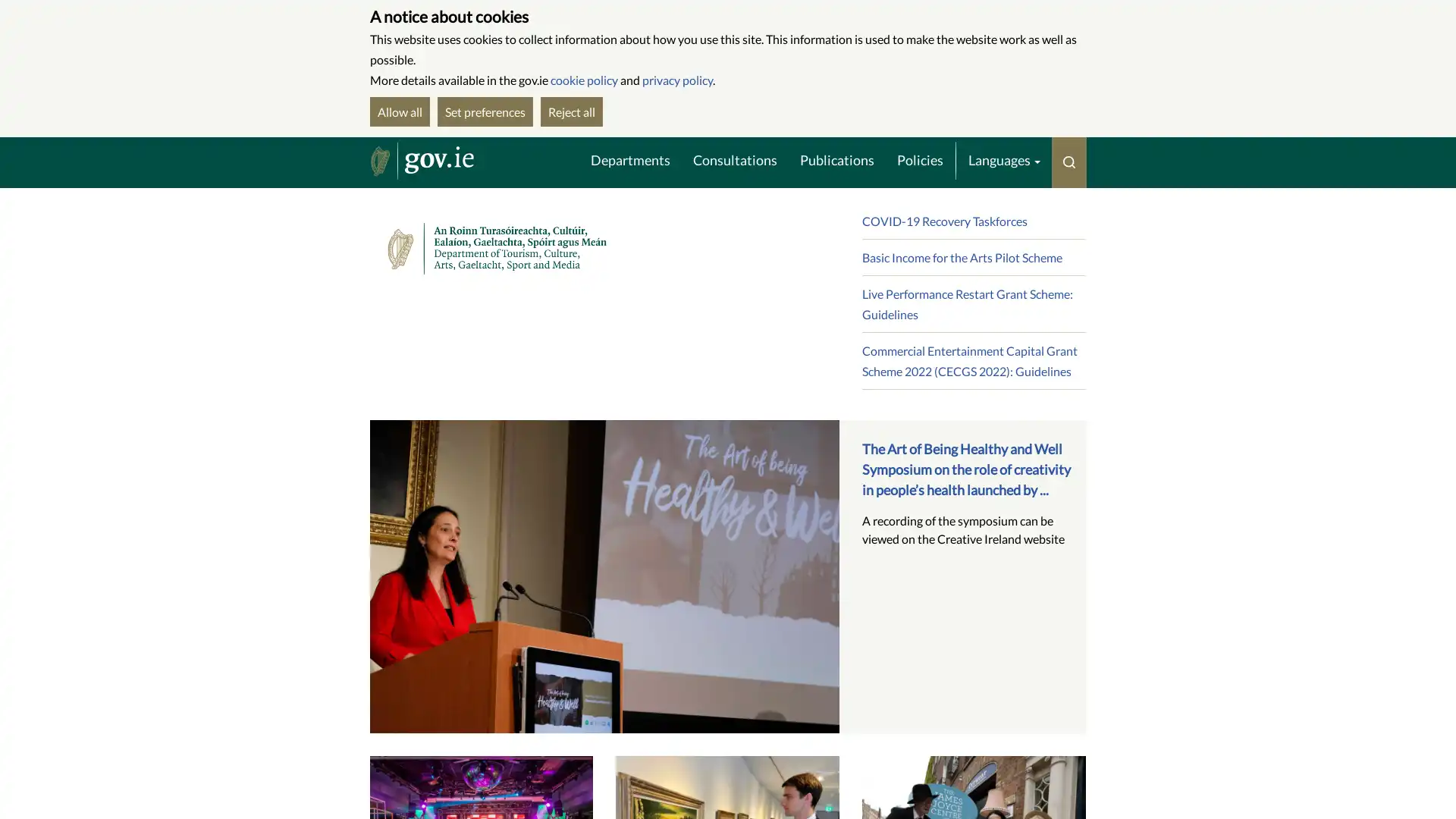  Describe the element at coordinates (1068, 160) in the screenshot. I see `Toggle search menu` at that location.